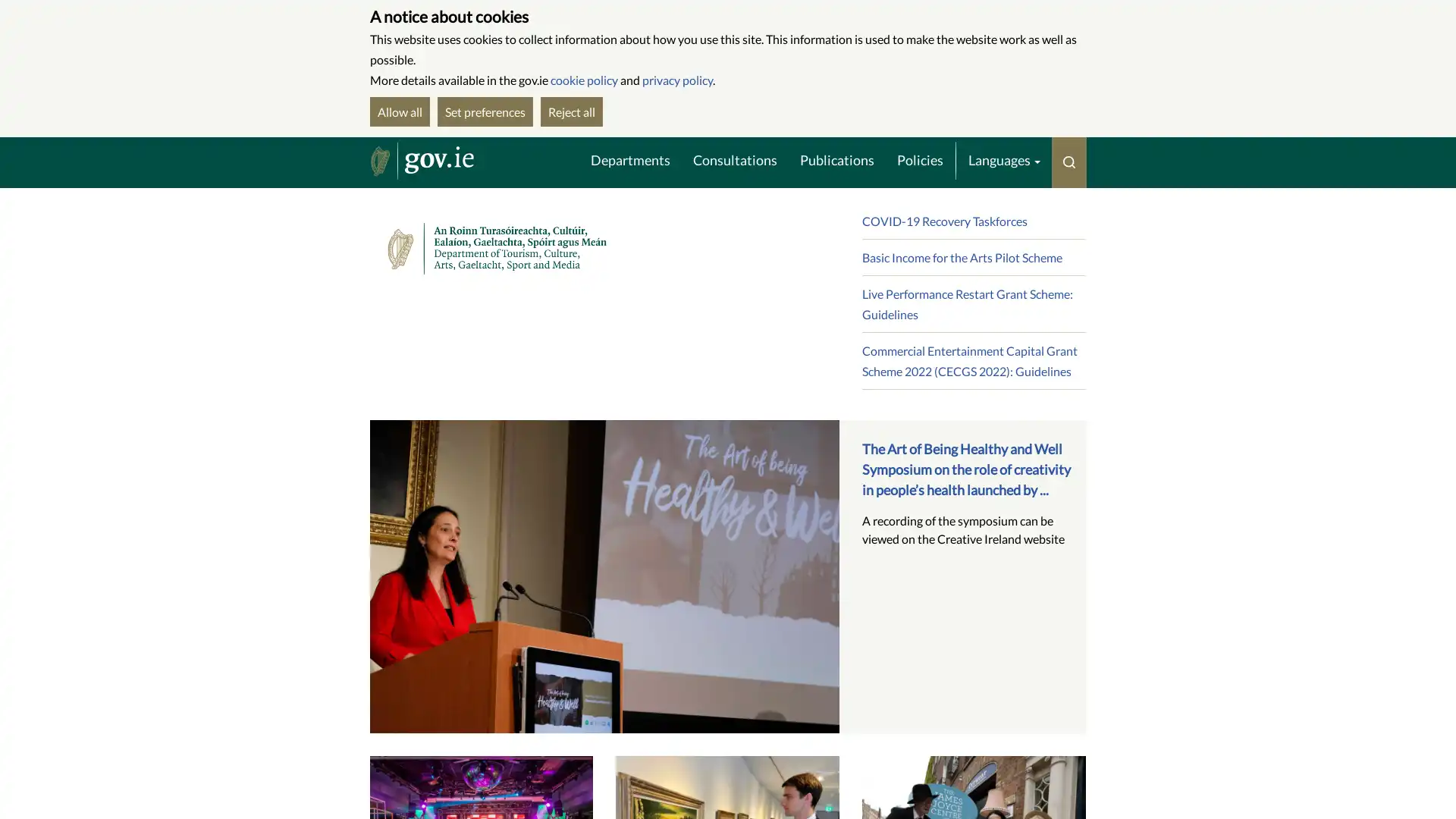  Describe the element at coordinates (1068, 160) in the screenshot. I see `Toggle search menu` at that location.